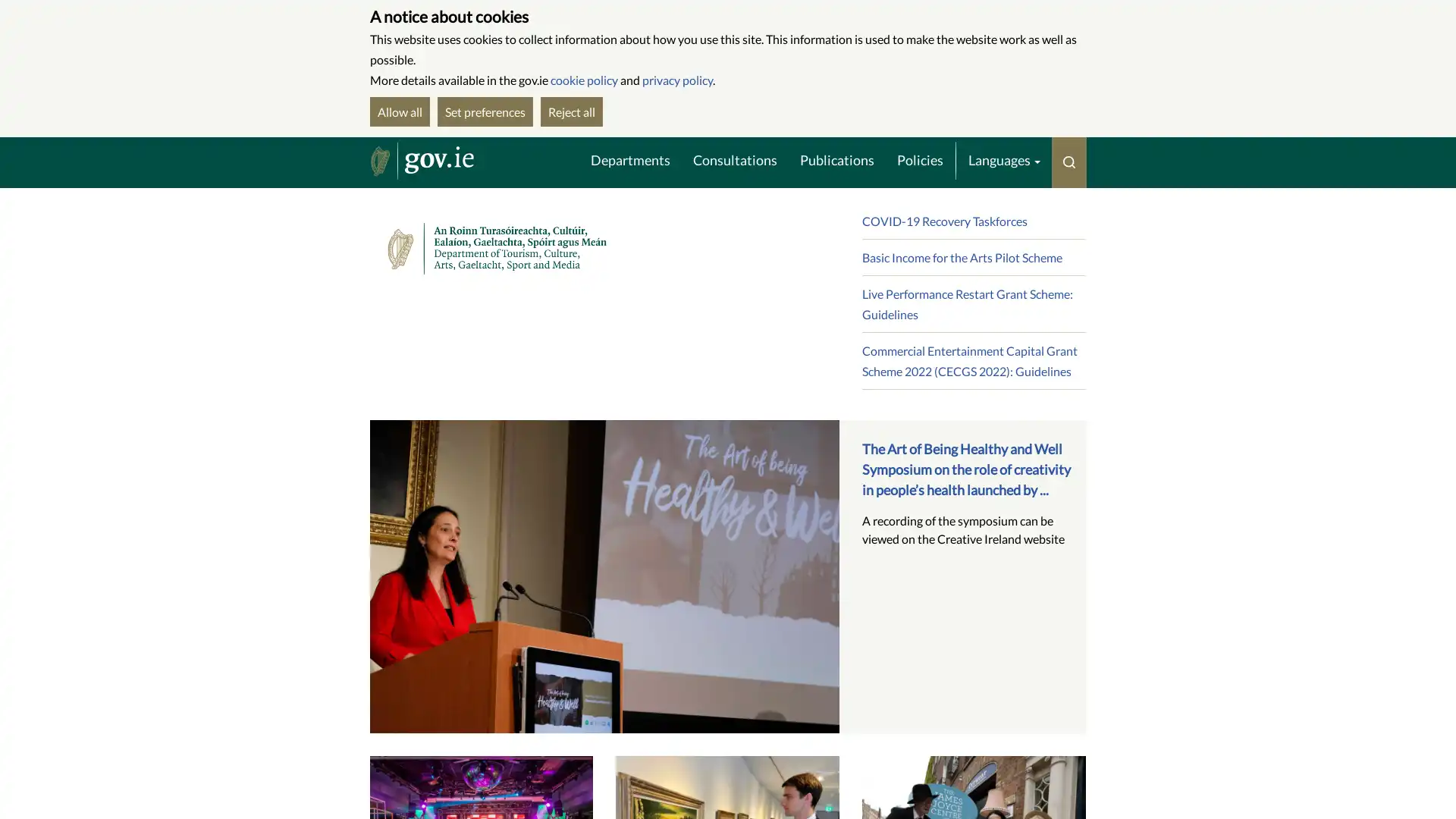  Describe the element at coordinates (1068, 160) in the screenshot. I see `Toggle search menu` at that location.